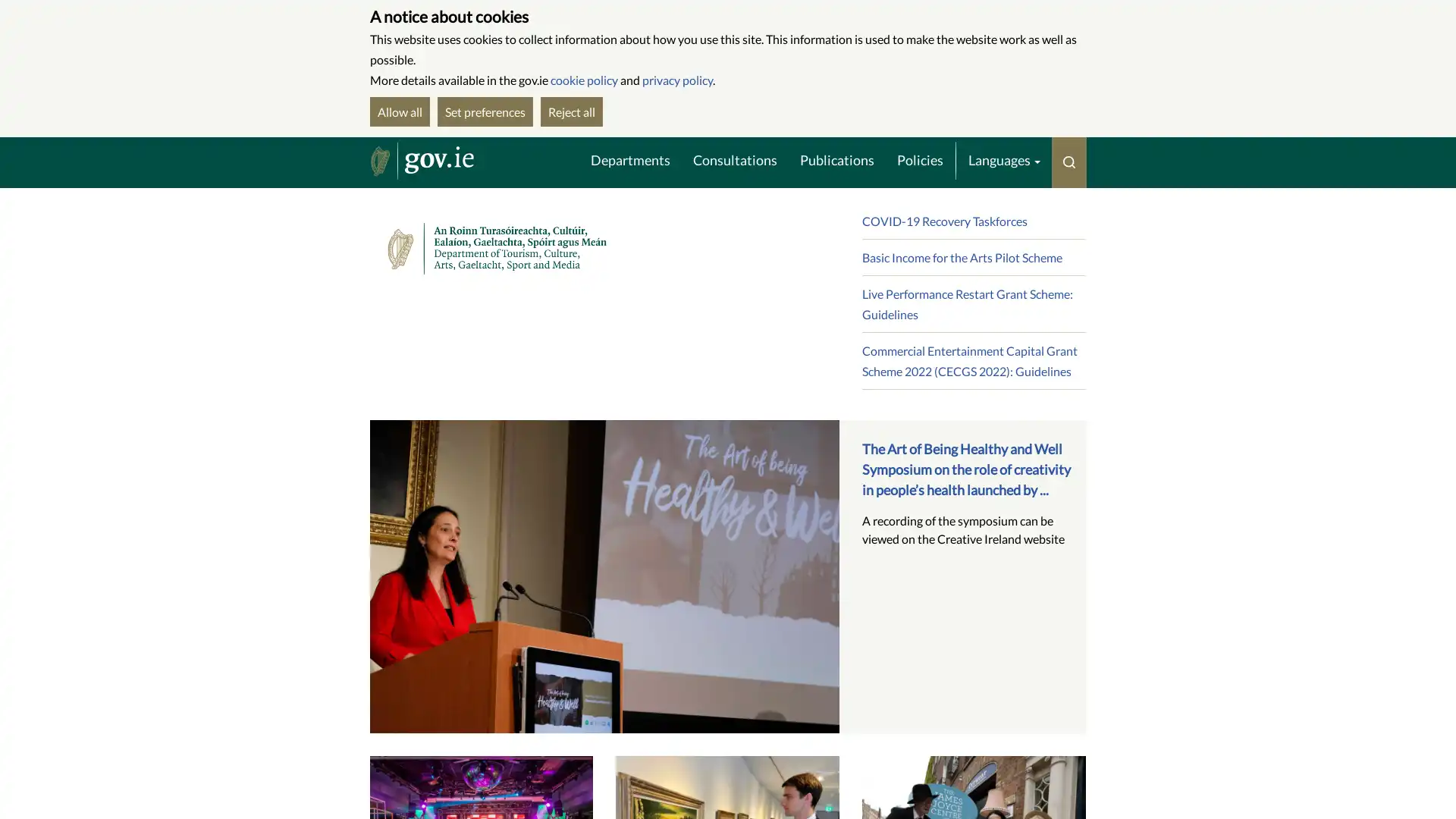  Describe the element at coordinates (1068, 160) in the screenshot. I see `Toggle search menu` at that location.